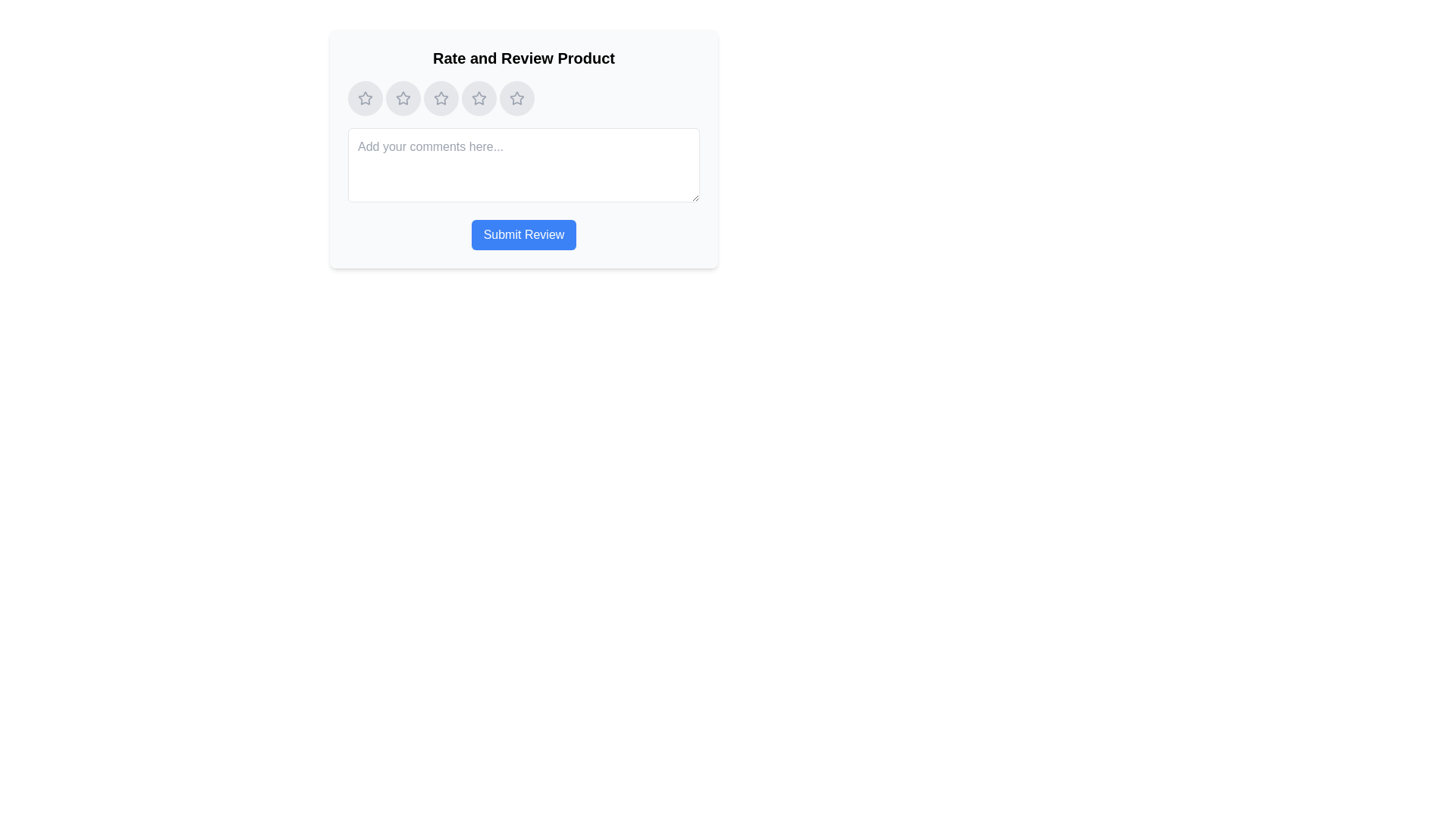  What do you see at coordinates (440, 99) in the screenshot?
I see `the second star icon in the rating system, which is positioned directly below the 'Rate and Review Product' title` at bounding box center [440, 99].